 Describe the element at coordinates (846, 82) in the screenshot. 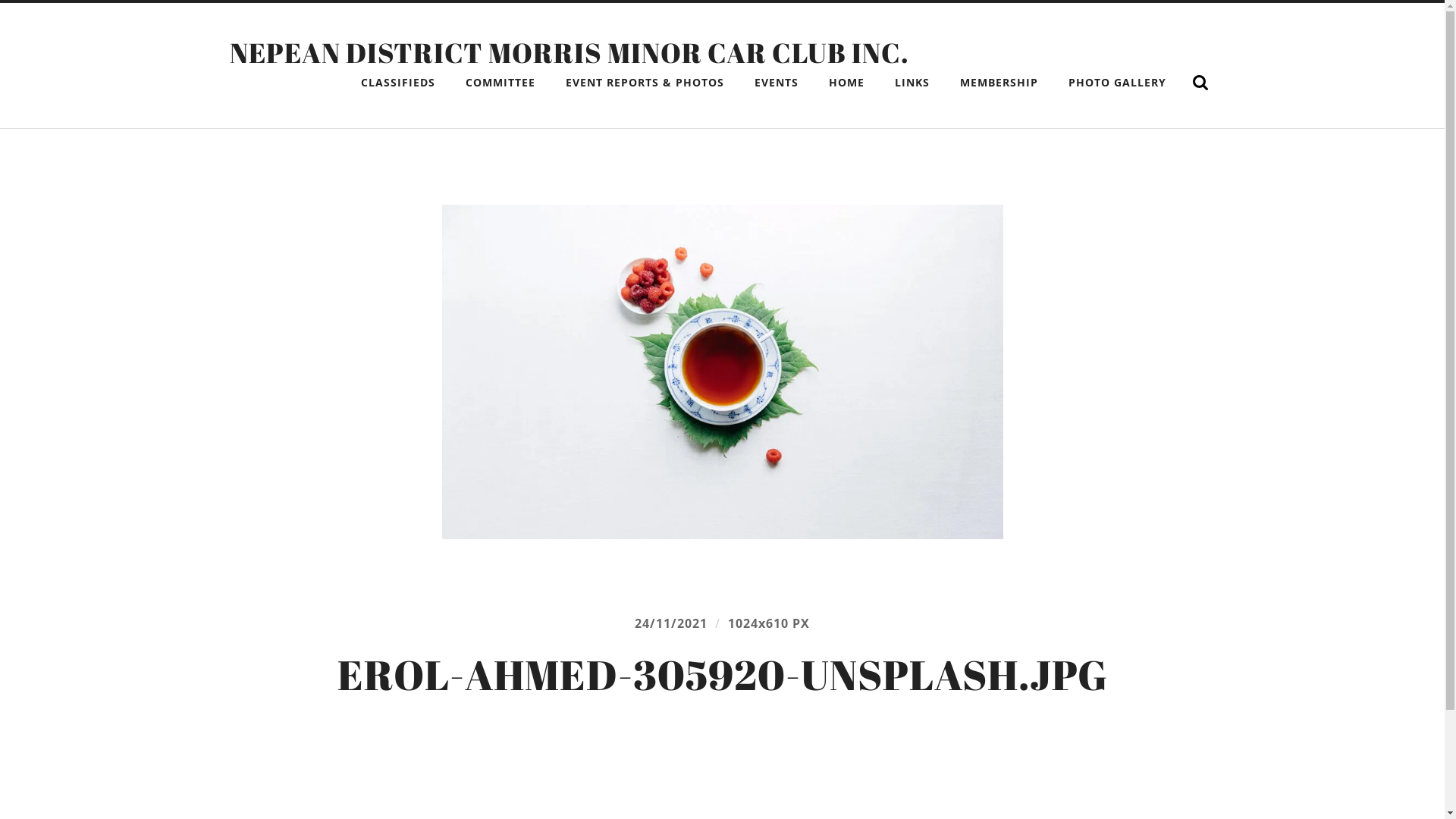

I see `'HOME'` at that location.